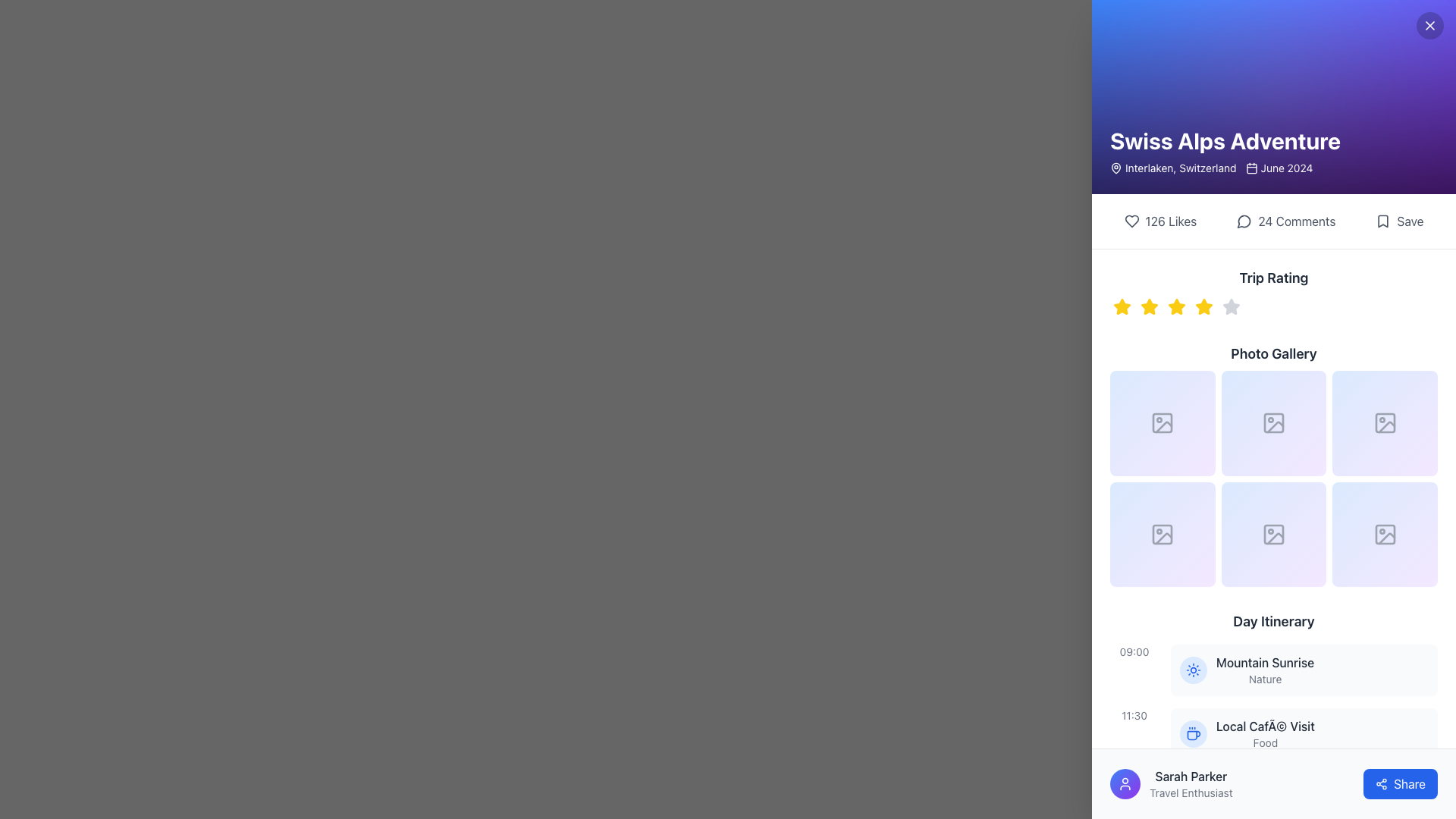  I want to click on the fourth star in the rating system to indicate a rating of four out of five, so click(1203, 307).